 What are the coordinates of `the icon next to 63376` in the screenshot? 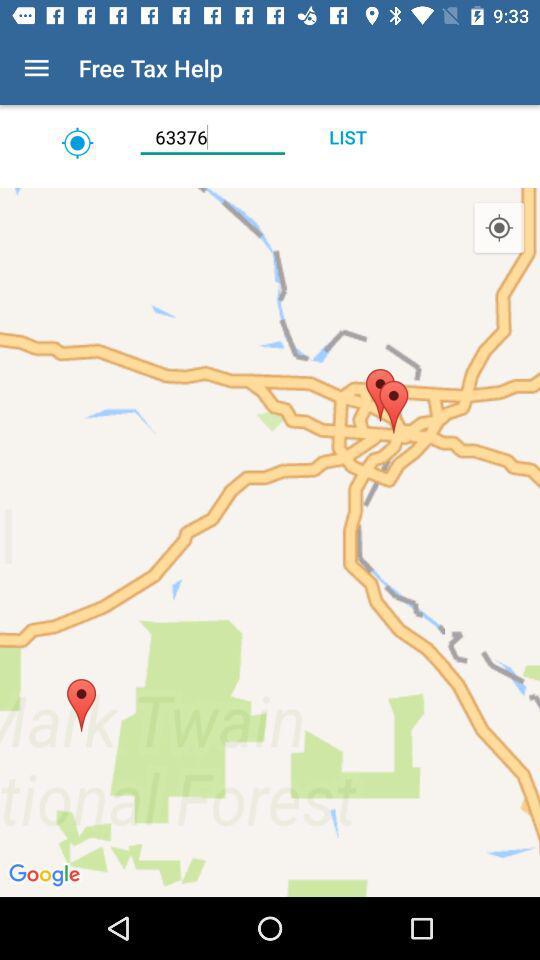 It's located at (346, 136).